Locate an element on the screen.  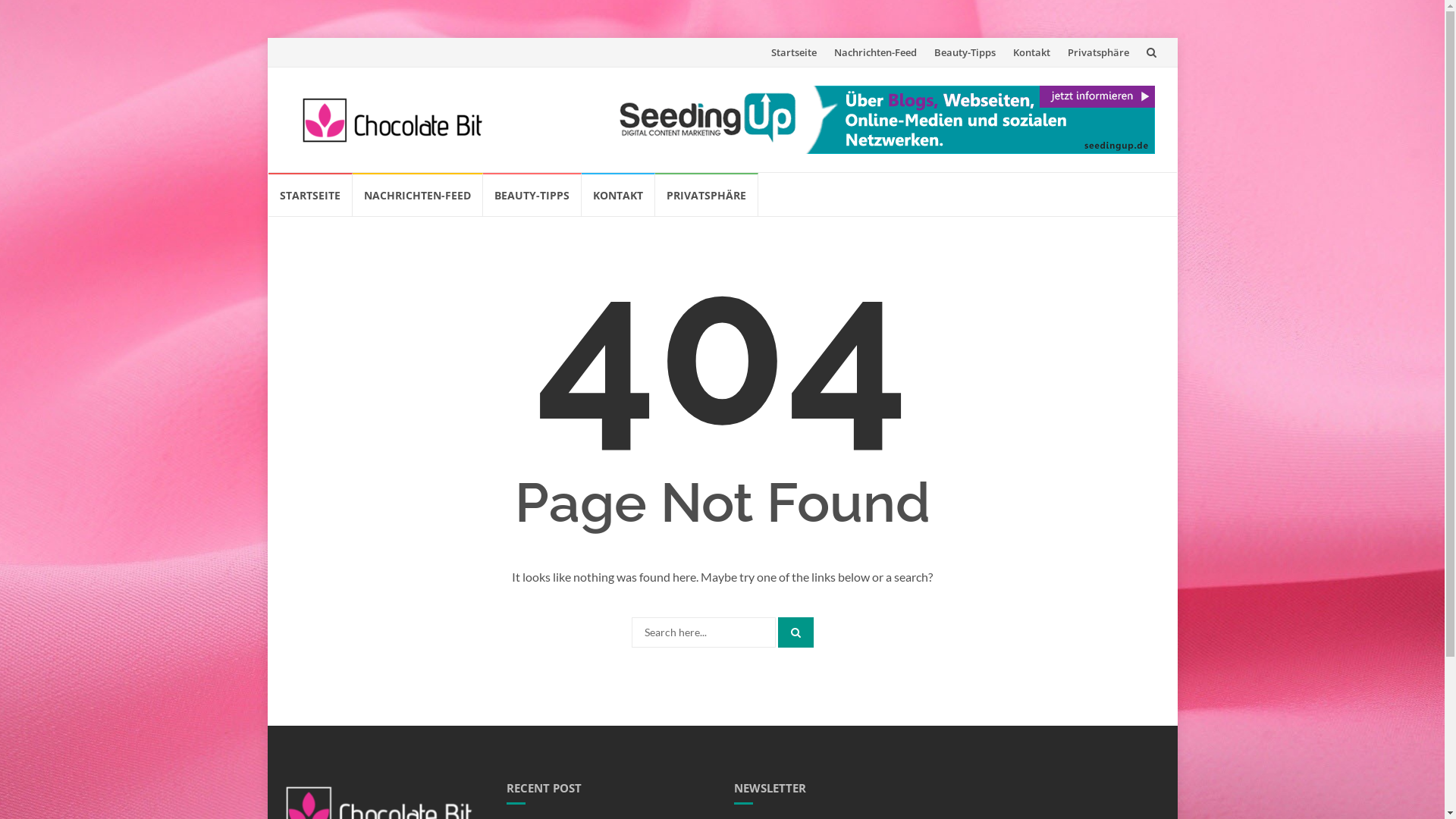
'STARTSEITE' is located at coordinates (309, 193).